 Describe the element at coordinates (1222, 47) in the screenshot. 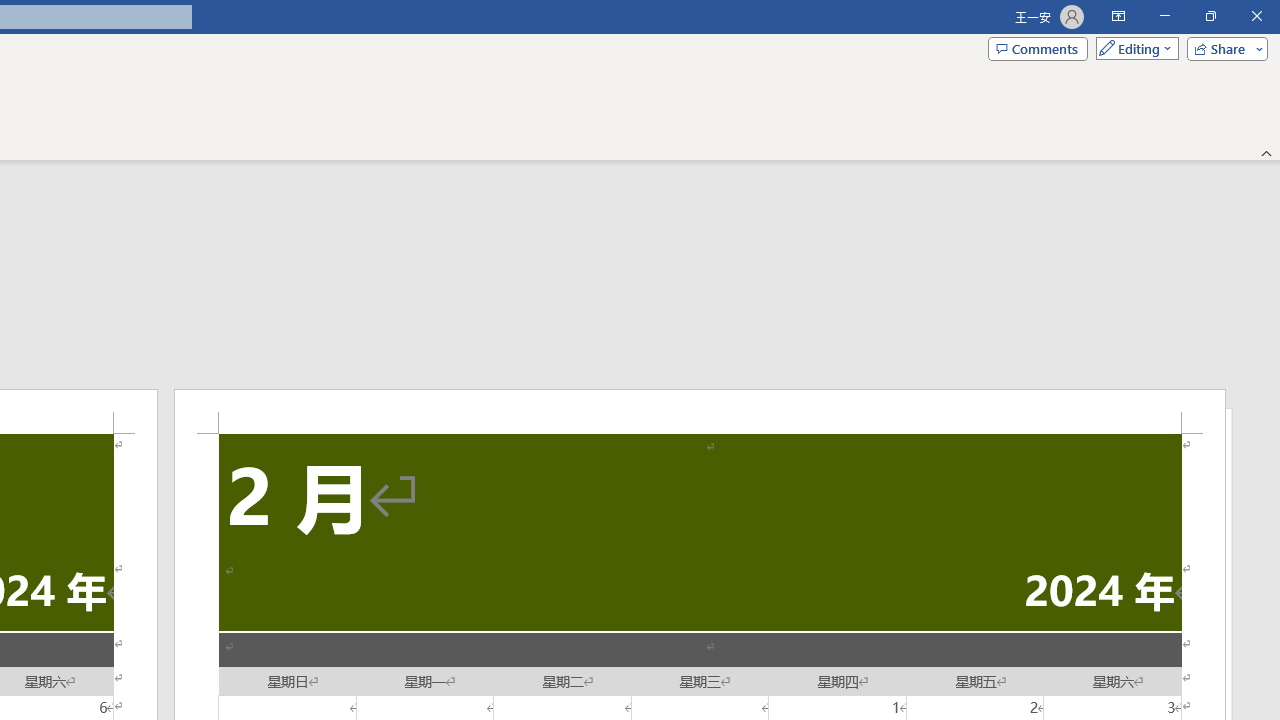

I see `'Share'` at that location.